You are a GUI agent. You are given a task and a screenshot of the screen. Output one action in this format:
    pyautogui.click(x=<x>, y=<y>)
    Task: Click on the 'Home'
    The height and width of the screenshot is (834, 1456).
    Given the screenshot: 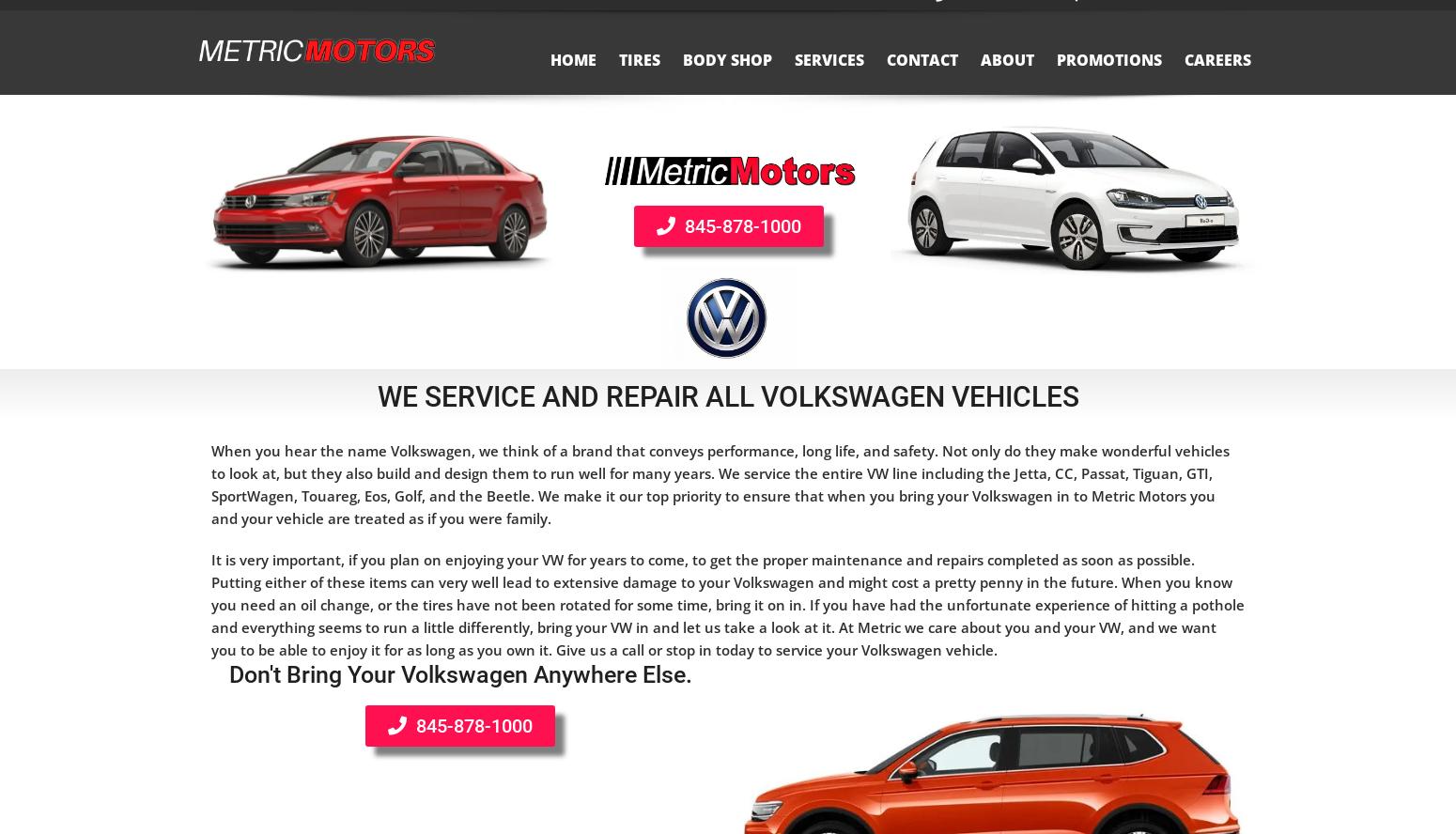 What is the action you would take?
    pyautogui.click(x=573, y=78)
    